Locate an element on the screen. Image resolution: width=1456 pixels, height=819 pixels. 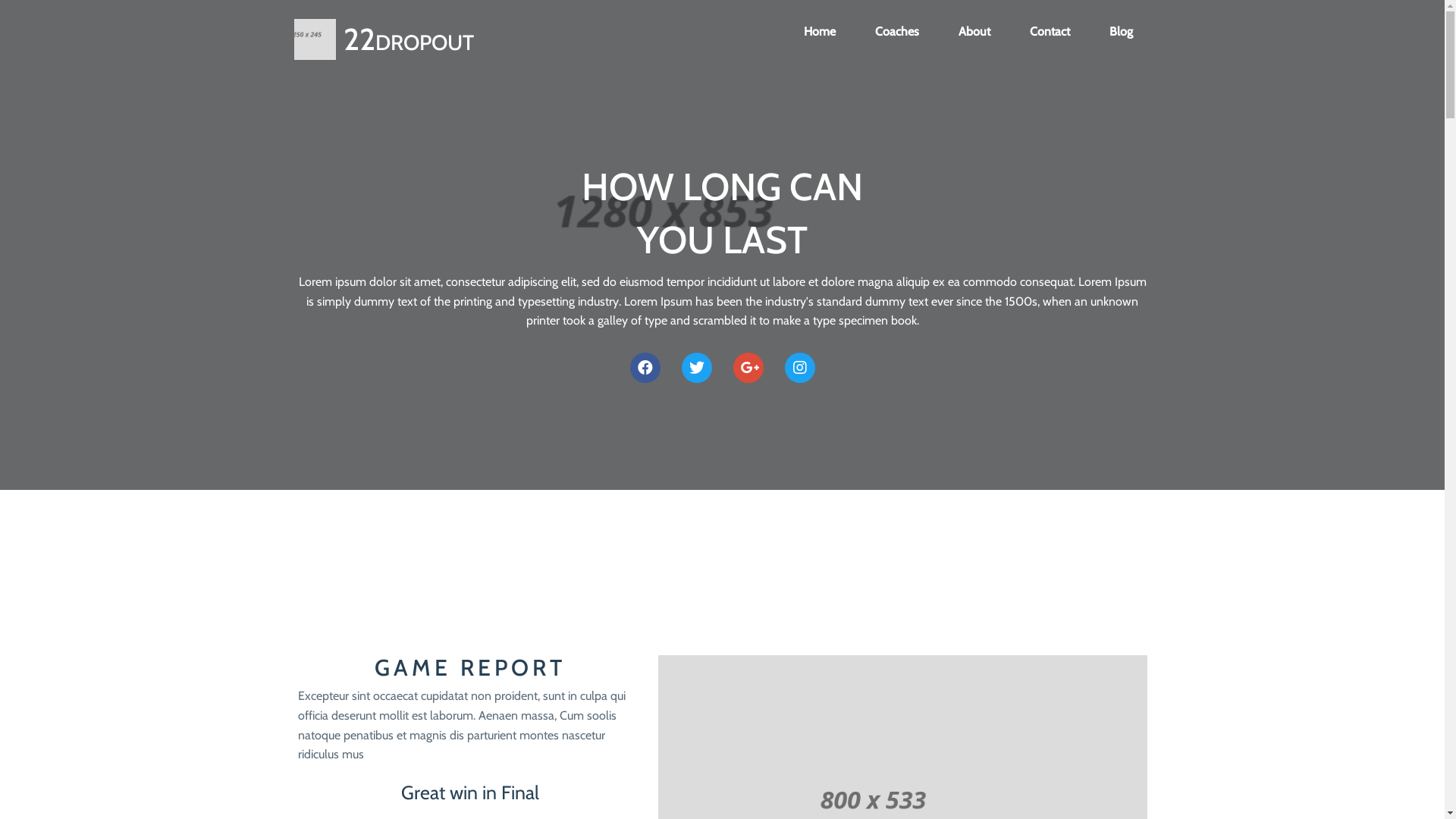
'About' is located at coordinates (974, 32).